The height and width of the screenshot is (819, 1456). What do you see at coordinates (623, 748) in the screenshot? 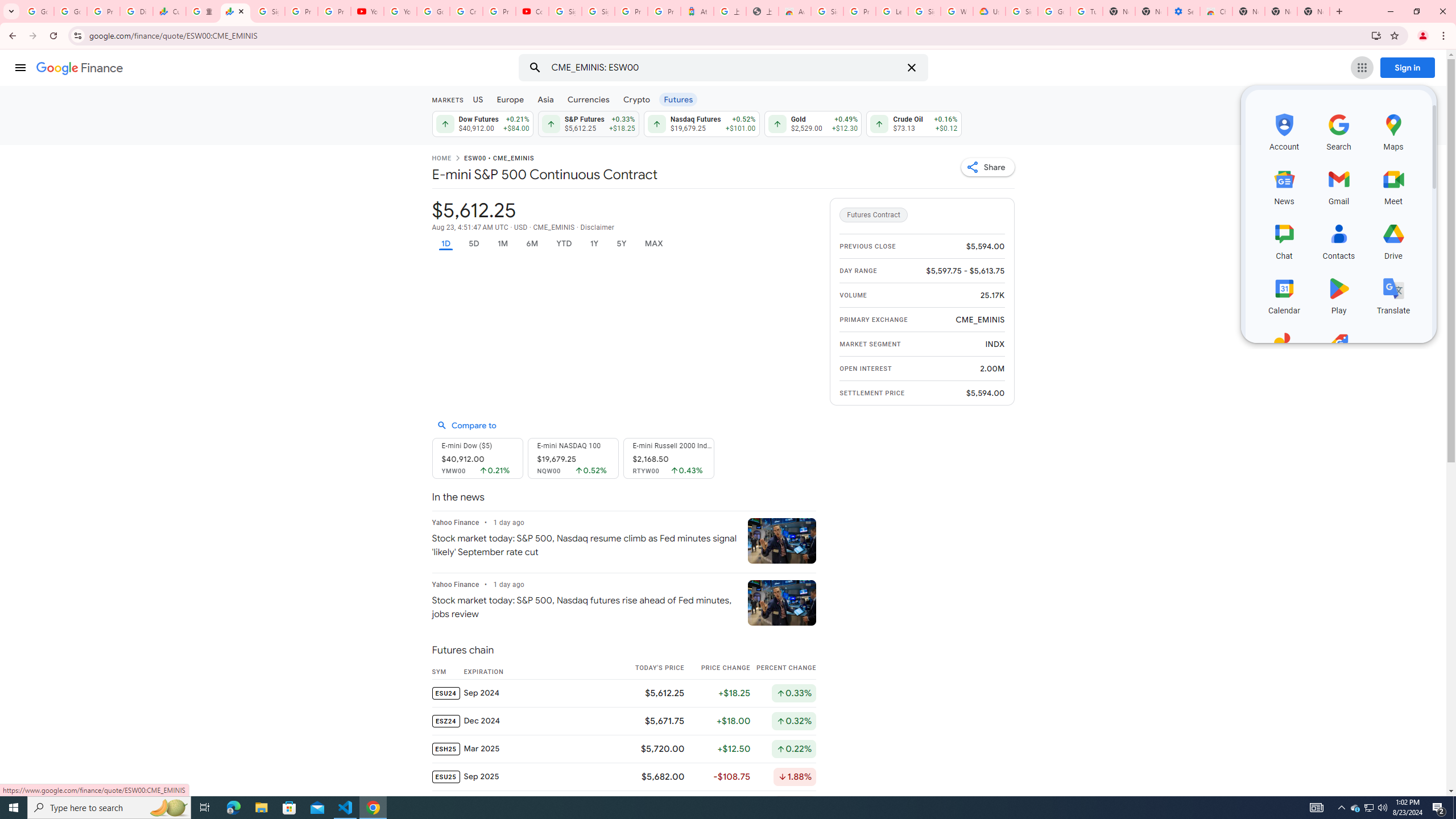
I see `'ESH25 Mar 2025 $5,720.00 +$12.50 Up by 0.22%'` at bounding box center [623, 748].